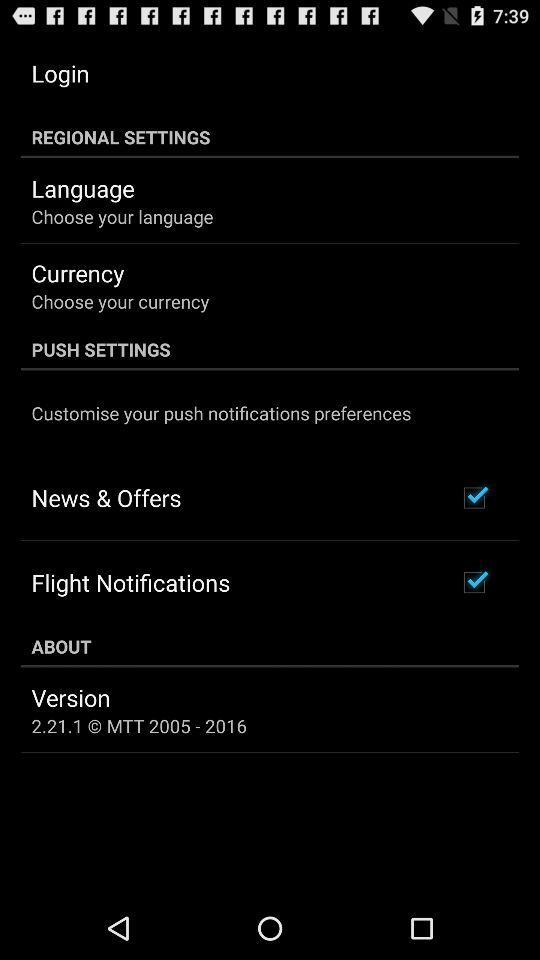  What do you see at coordinates (270, 645) in the screenshot?
I see `about` at bounding box center [270, 645].